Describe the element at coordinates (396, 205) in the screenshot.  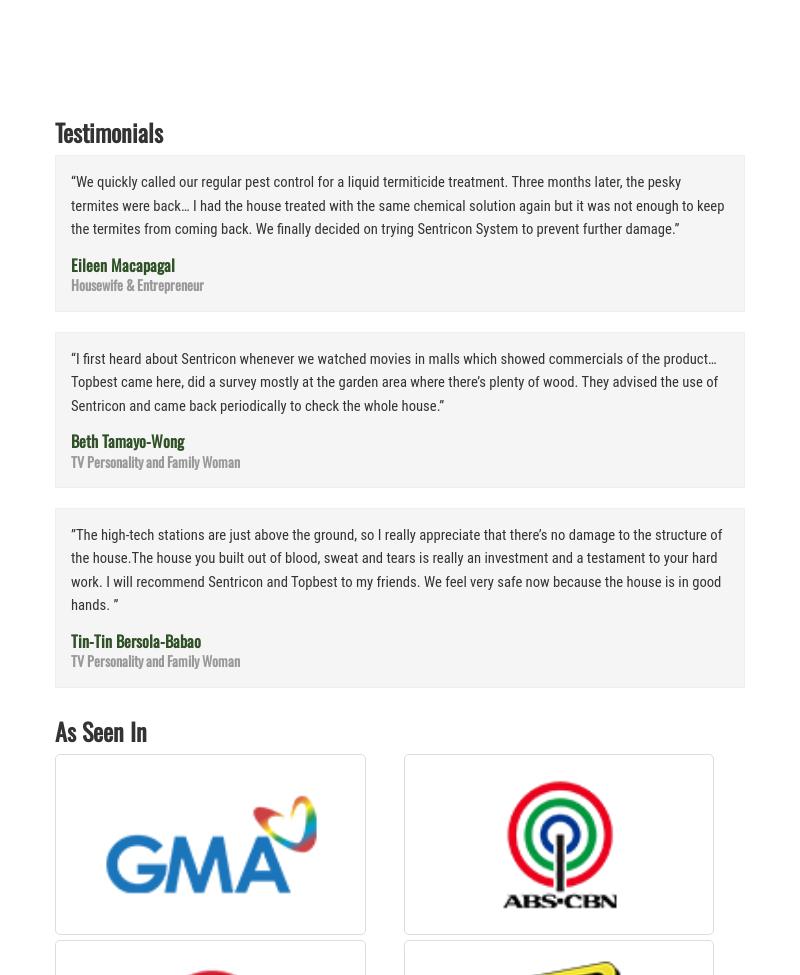
I see `'“We quickly called our regular pest control for a liquid termiticide treatment. Three months later, the pesky termites were back… I had the house treated with the same chemical solution again but it was not enough to keep the termites from coming back. We finally decided on trying Sentricon System to prevent further damage.”'` at that location.